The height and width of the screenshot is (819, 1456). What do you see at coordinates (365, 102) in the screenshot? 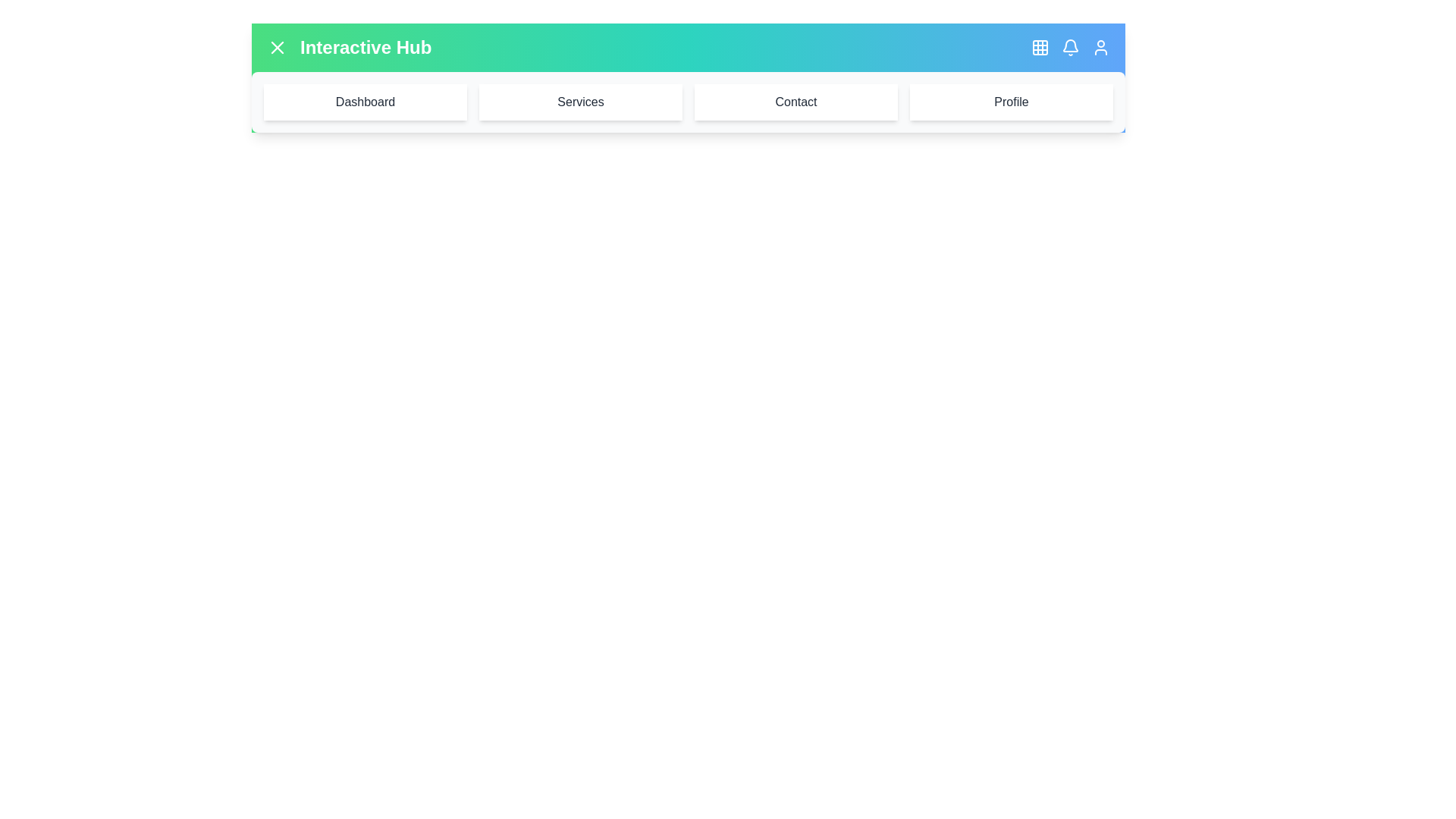
I see `the menu item labeled Dashboard` at bounding box center [365, 102].